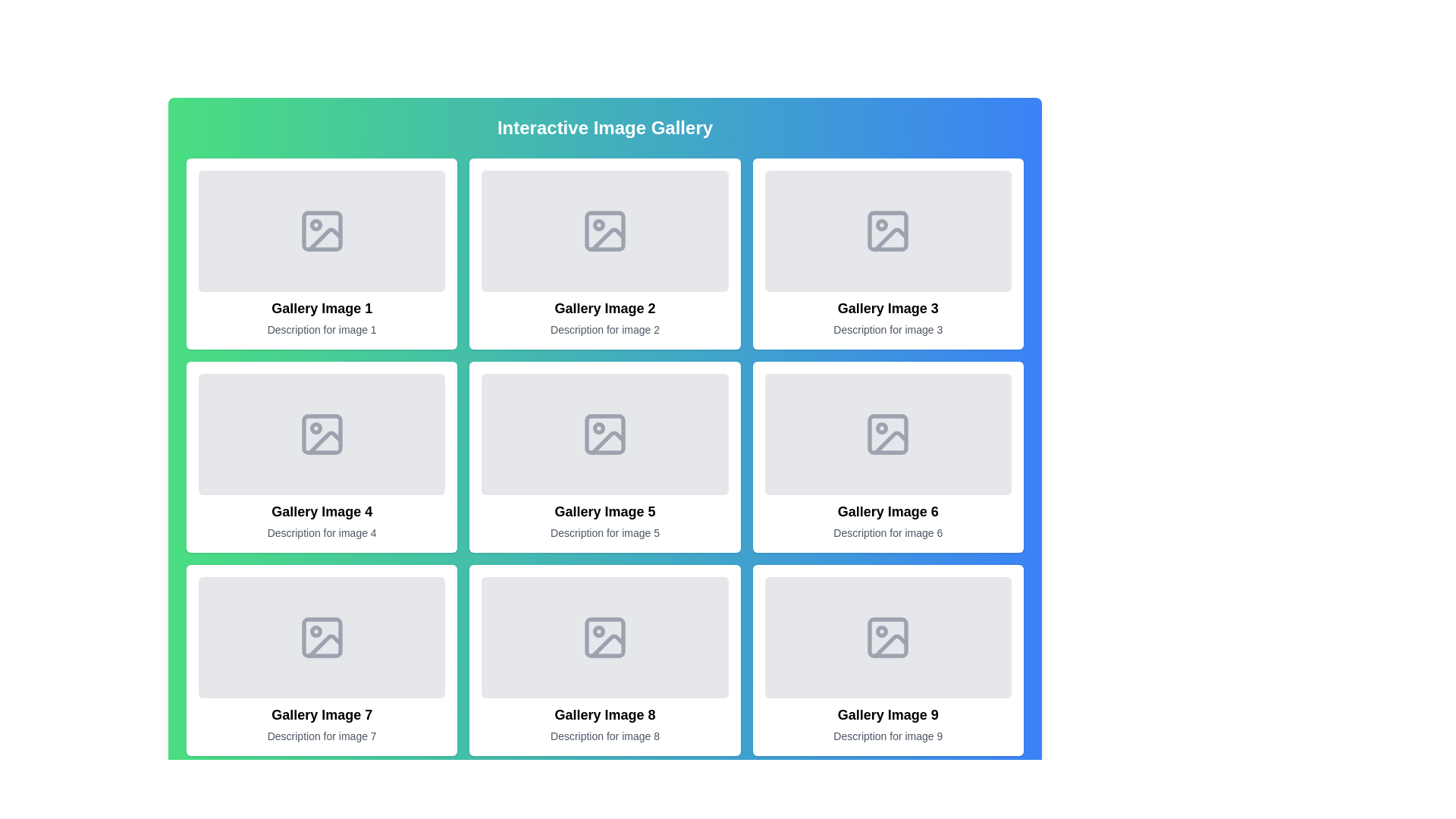  I want to click on the decorative marker within the upper-left image placeholder of the 3x3 grid, which represents a specific state or marker for 'Gallery Image 1', so click(315, 225).